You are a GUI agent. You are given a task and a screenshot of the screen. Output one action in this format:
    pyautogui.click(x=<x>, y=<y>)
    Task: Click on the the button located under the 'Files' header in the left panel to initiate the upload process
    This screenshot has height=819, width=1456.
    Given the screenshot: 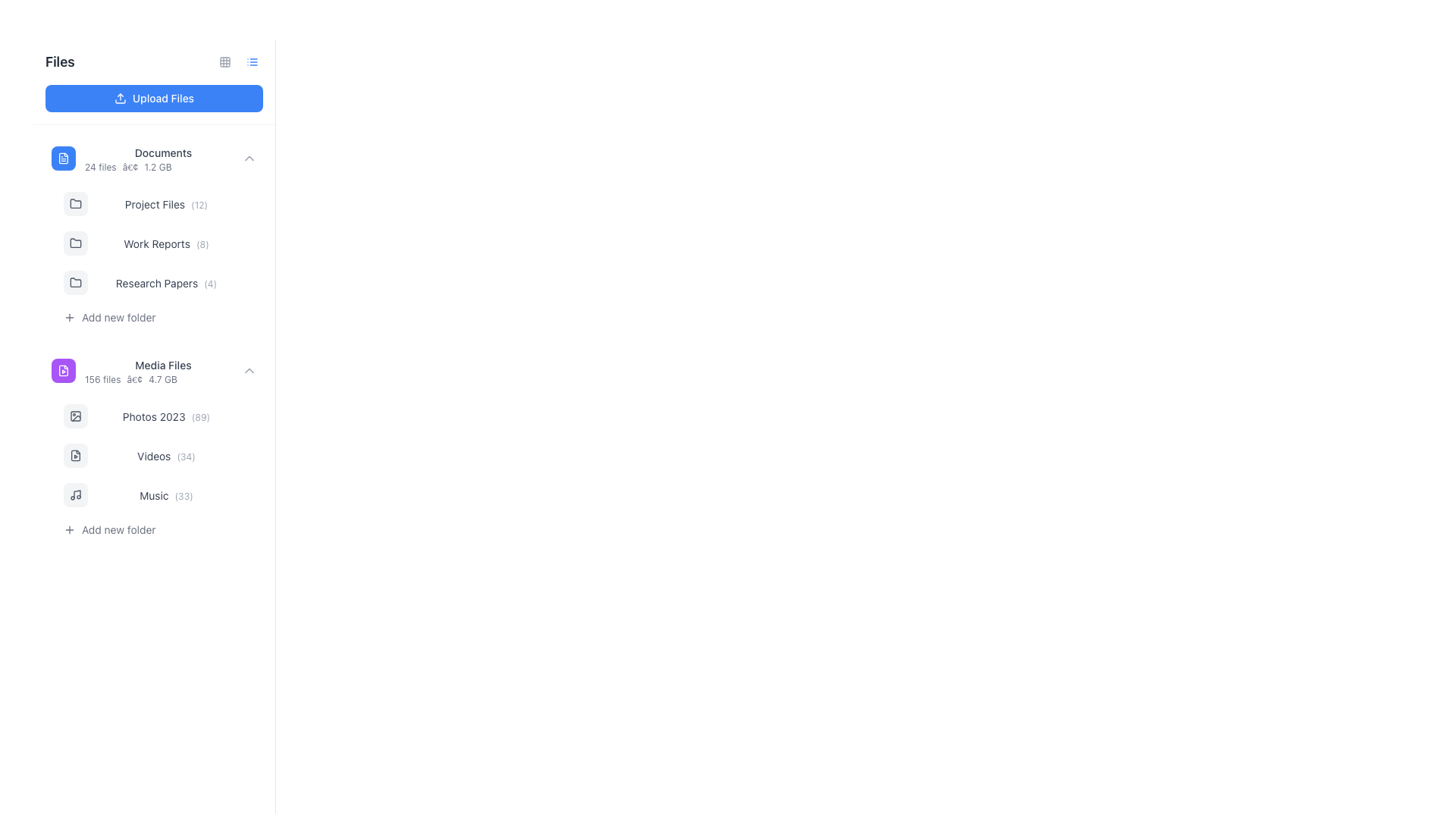 What is the action you would take?
    pyautogui.click(x=154, y=99)
    